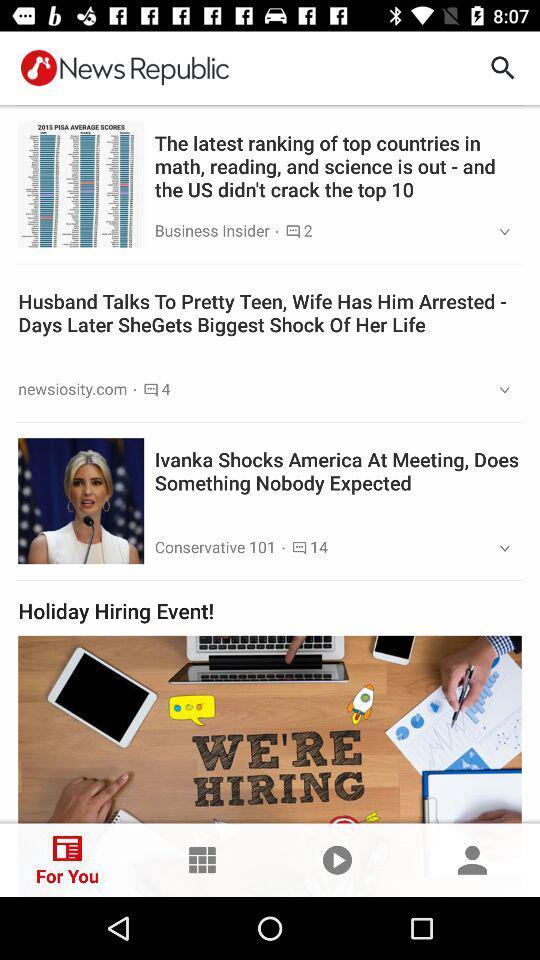 Image resolution: width=540 pixels, height=960 pixels. I want to click on the button shown right to 14, so click(497, 549).